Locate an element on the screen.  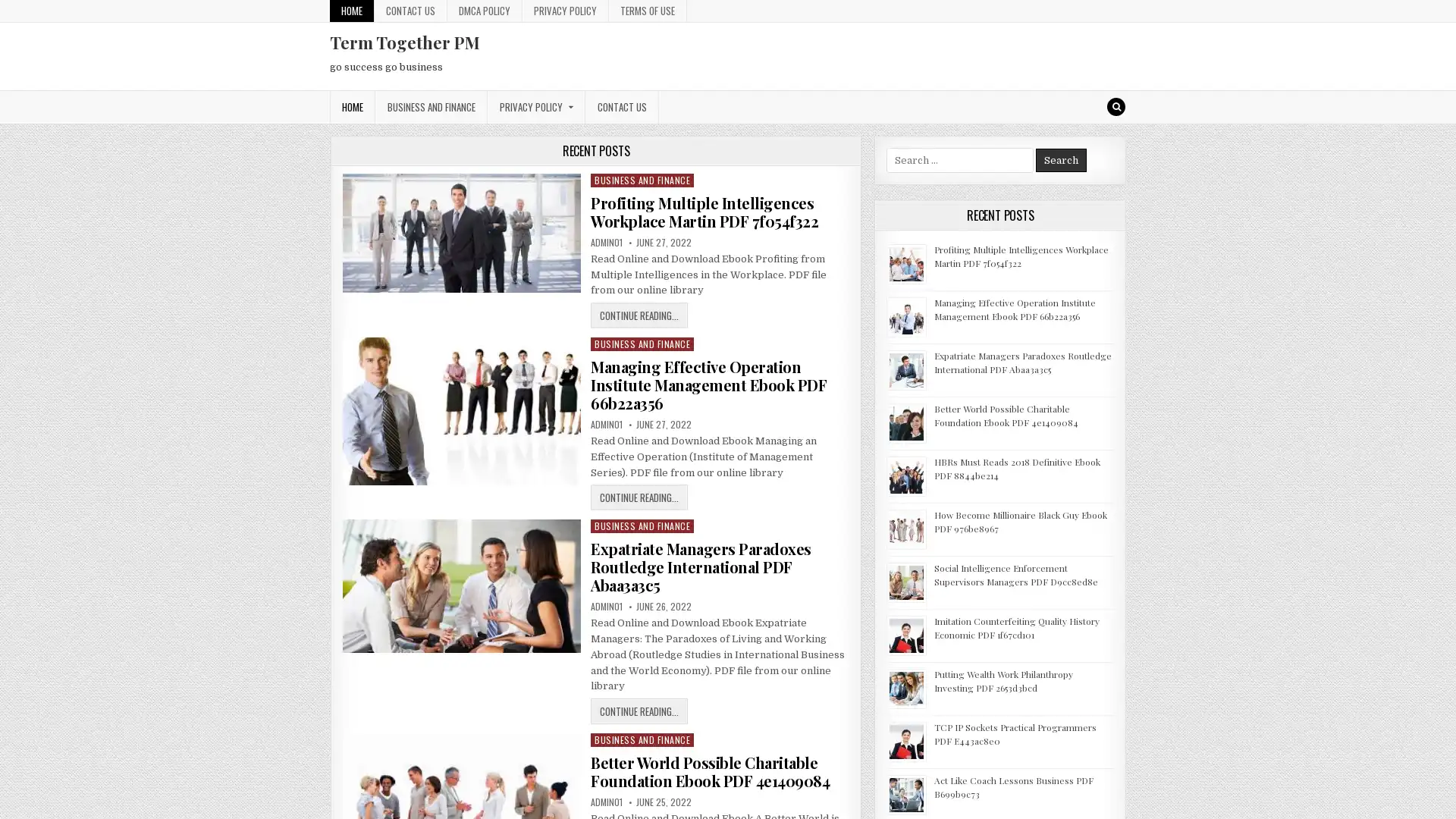
Search is located at coordinates (1060, 160).